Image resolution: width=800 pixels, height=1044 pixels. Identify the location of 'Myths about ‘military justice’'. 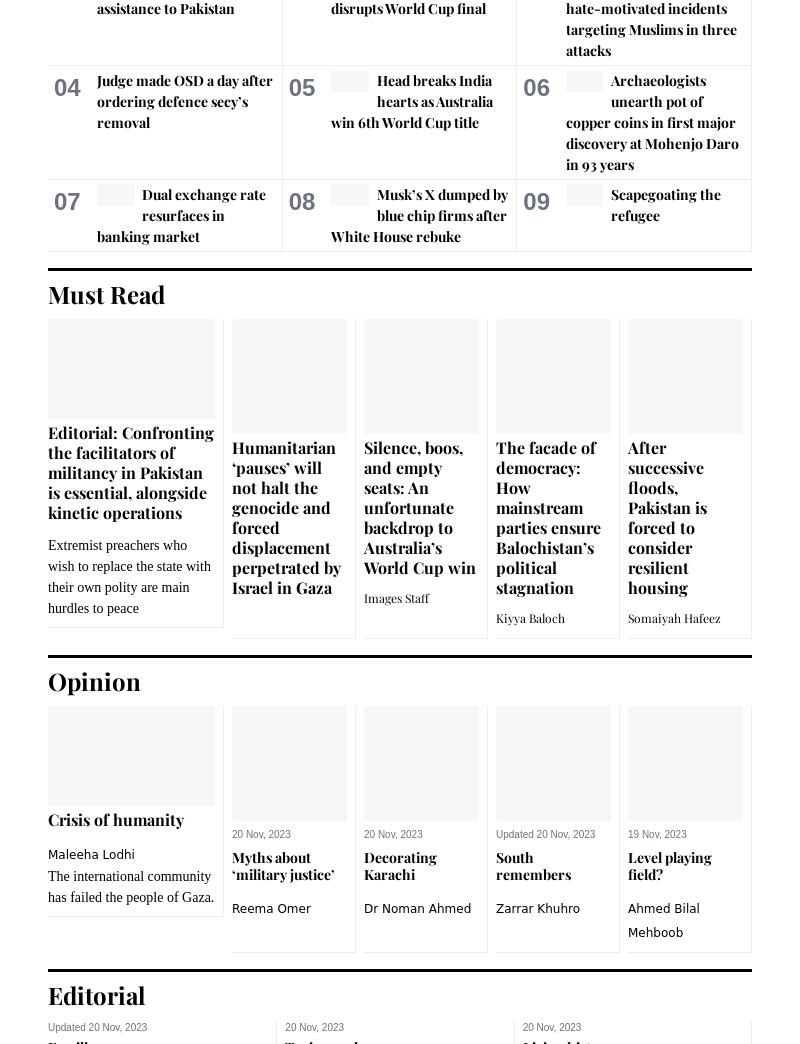
(231, 865).